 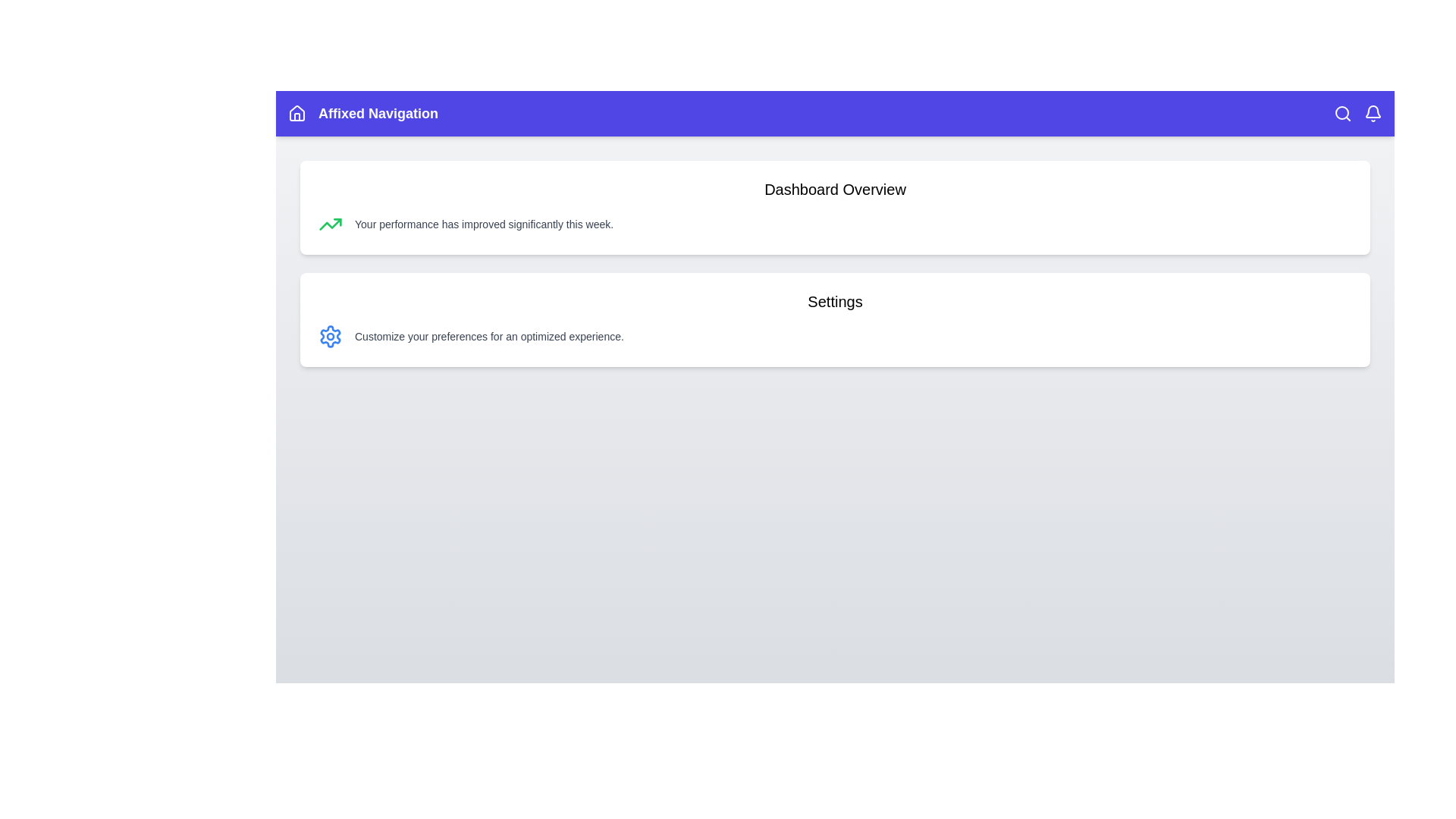 What do you see at coordinates (330, 224) in the screenshot?
I see `the green upward arrow icon situated to the left of the descriptive text in the upper section of the page, which indicates positive growth or improvement` at bounding box center [330, 224].